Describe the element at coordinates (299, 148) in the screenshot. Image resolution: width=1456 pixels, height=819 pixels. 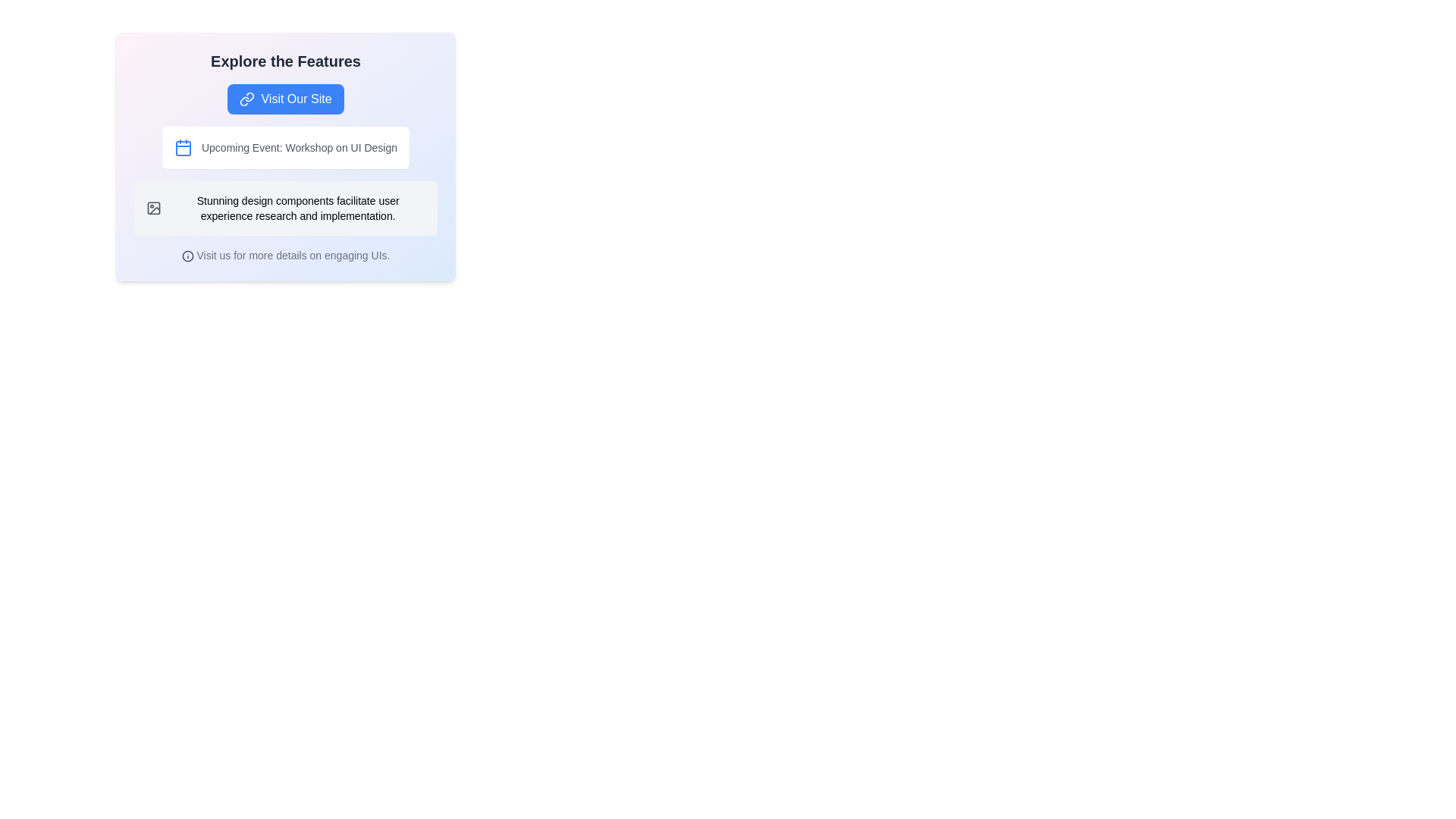
I see `the informational text label reading 'Upcoming Event: Workshop on UI Design', which is styled in a small gray font and is non-interactive` at that location.